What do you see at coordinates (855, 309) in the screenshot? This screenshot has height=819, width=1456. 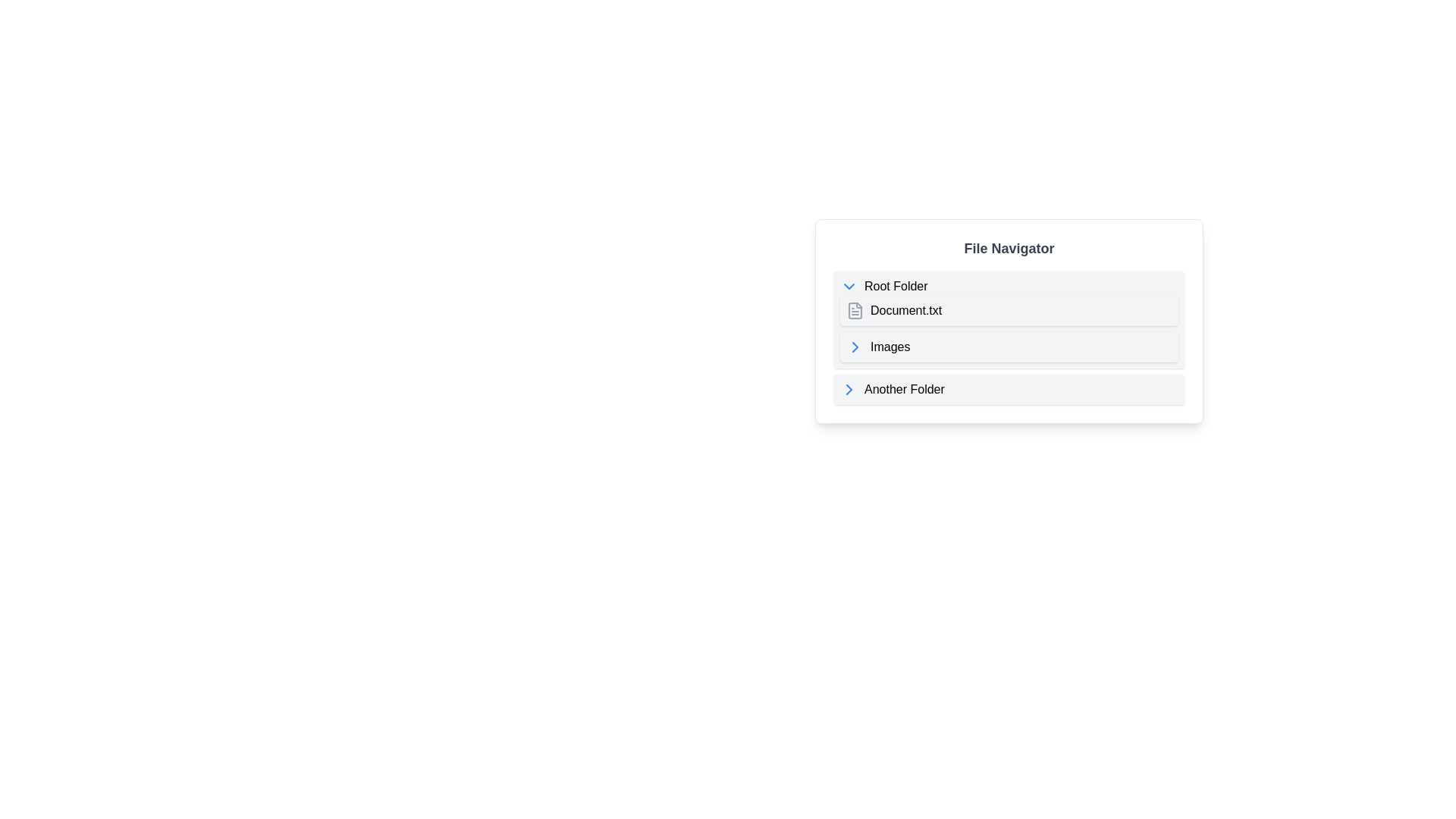 I see `the file icon representing 'Document.txt' in the 'File Navigator' interface` at bounding box center [855, 309].